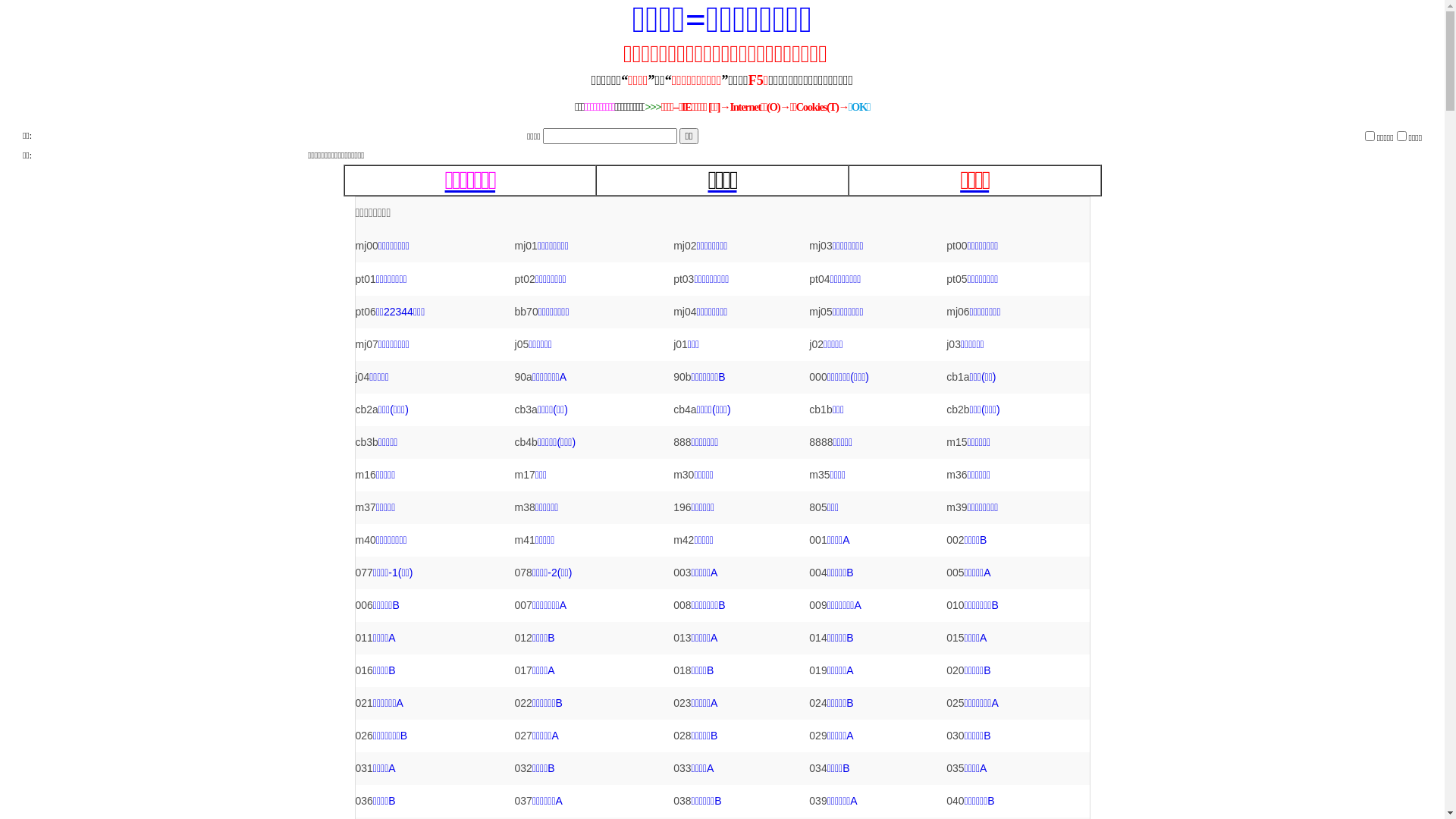  I want to click on 'm40', so click(365, 539).